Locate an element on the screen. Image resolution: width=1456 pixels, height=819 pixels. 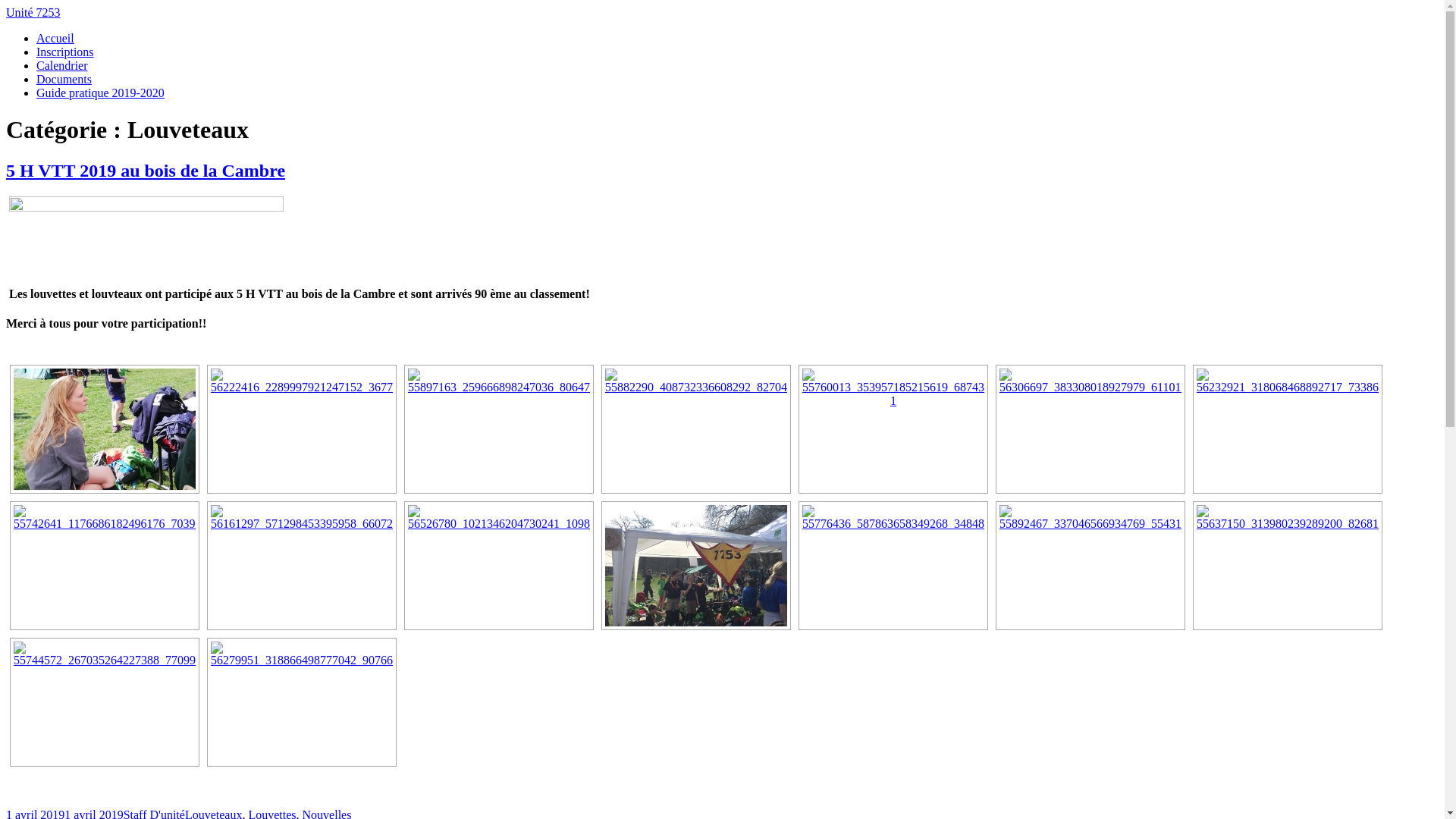
'Guide pratique 2019-2020' is located at coordinates (36, 93).